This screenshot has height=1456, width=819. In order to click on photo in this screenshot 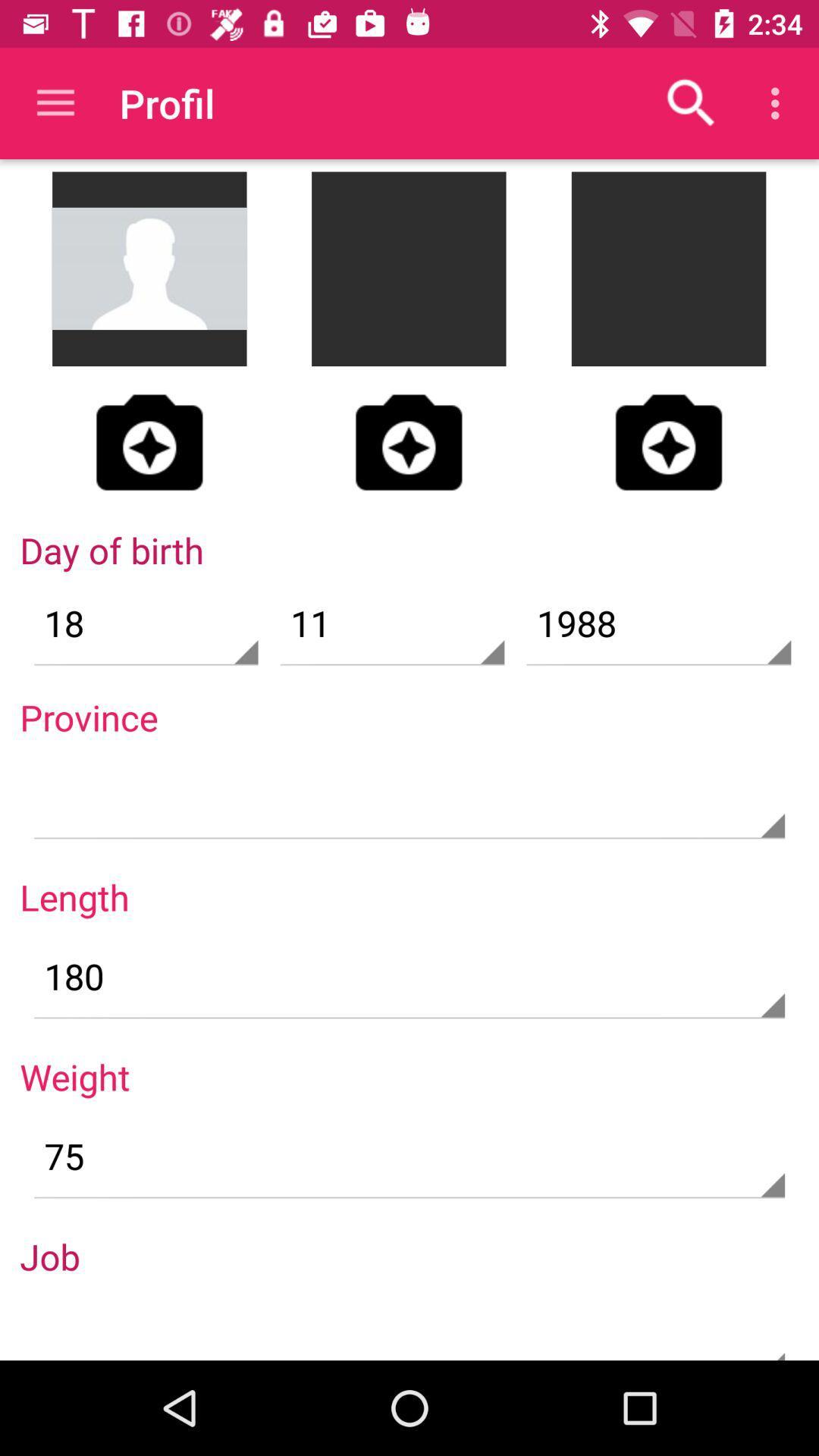, I will do `click(149, 441)`.